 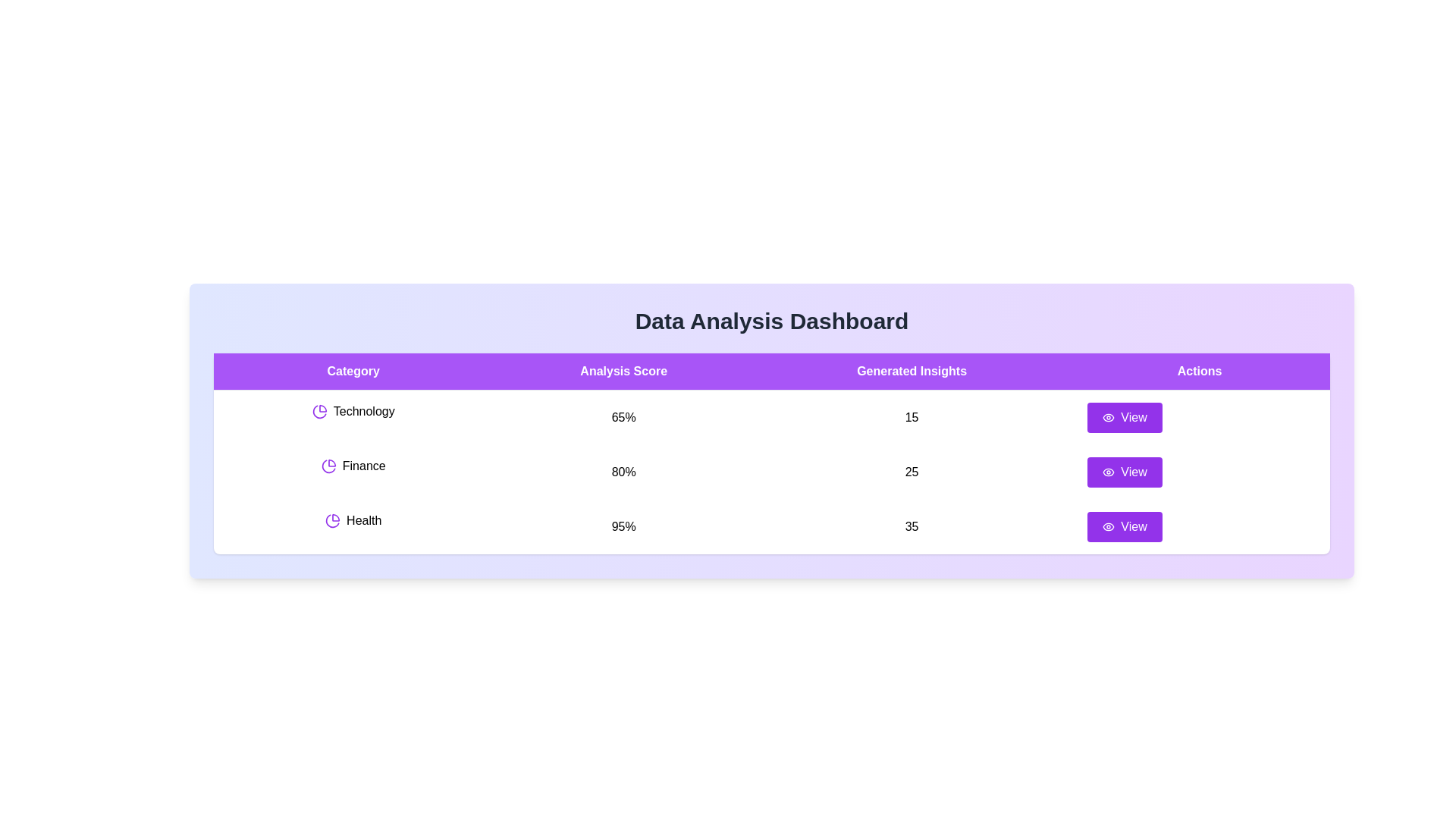 I want to click on the pie chart icon next to the 'Technology' category to display its tooltip, so click(x=318, y=412).